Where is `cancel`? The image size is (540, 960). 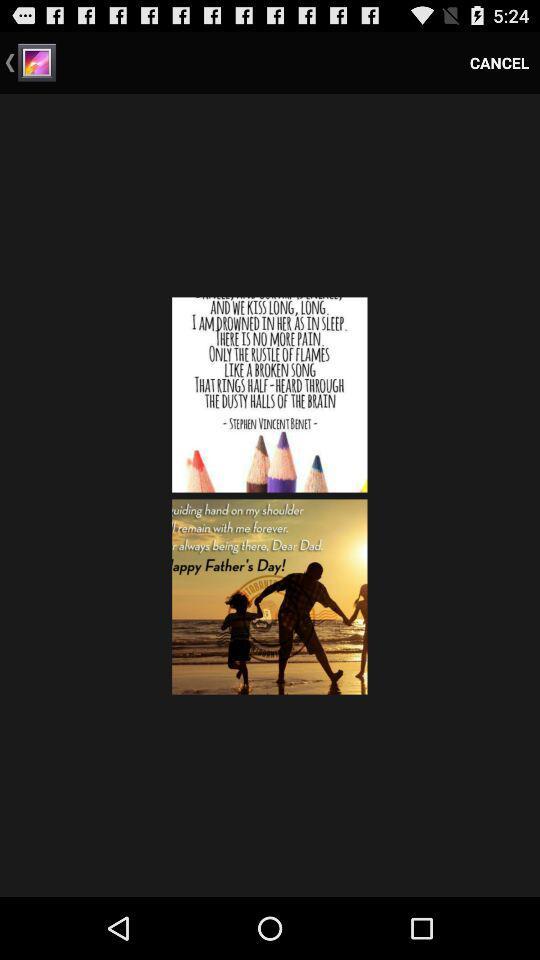
cancel is located at coordinates (498, 62).